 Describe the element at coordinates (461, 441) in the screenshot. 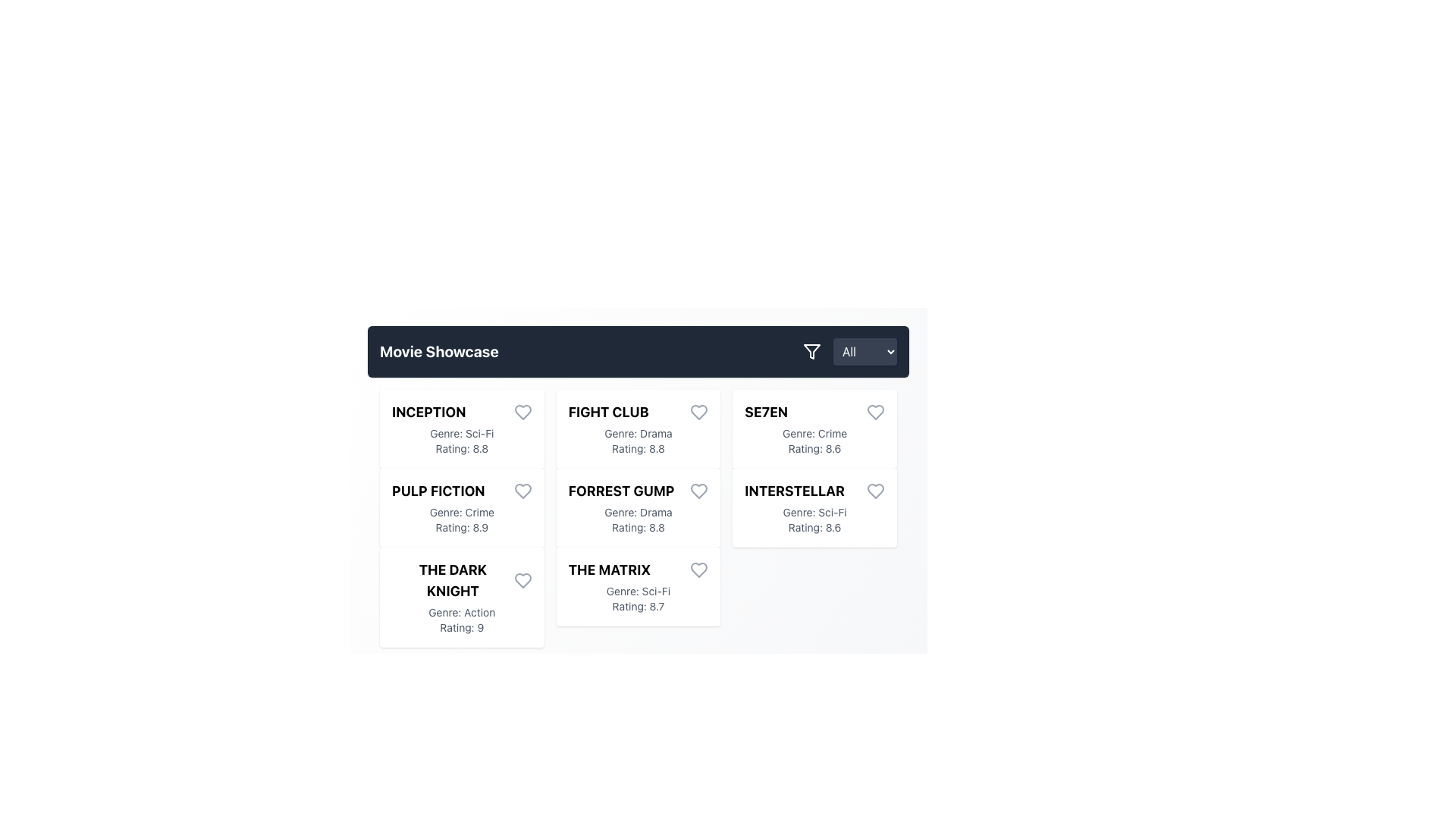

I see `information displayed in the text label that shows 'Genre: Sci-Fi' and 'Rating: 8.8', located below the title 'INCEPTION' in the top left card of the movie grid` at that location.